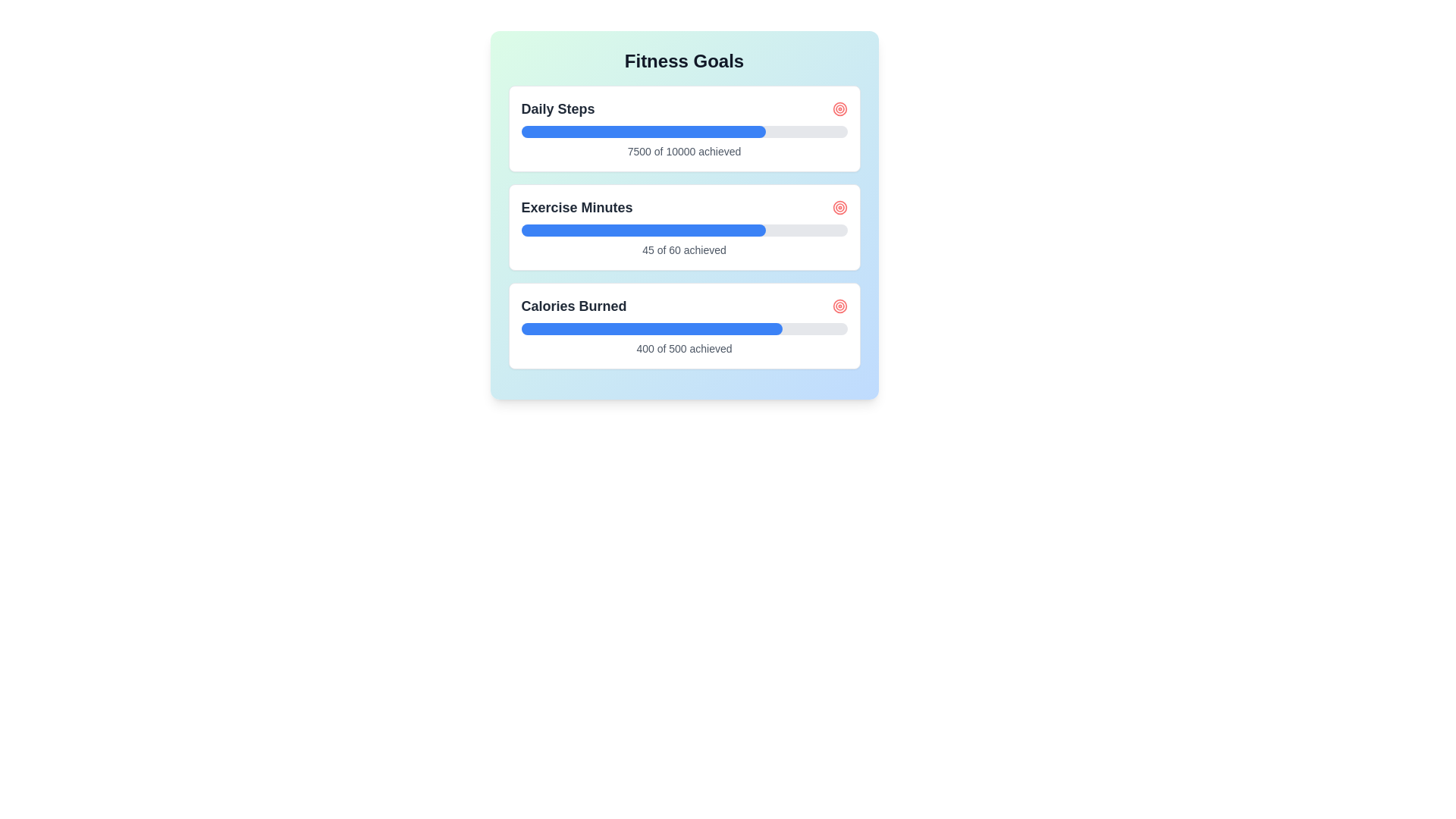 The width and height of the screenshot is (1456, 819). What do you see at coordinates (683, 306) in the screenshot?
I see `the label with icon that provides a title and visual cue for the progress section, located at the top of a white card above a blue progress bar` at bounding box center [683, 306].